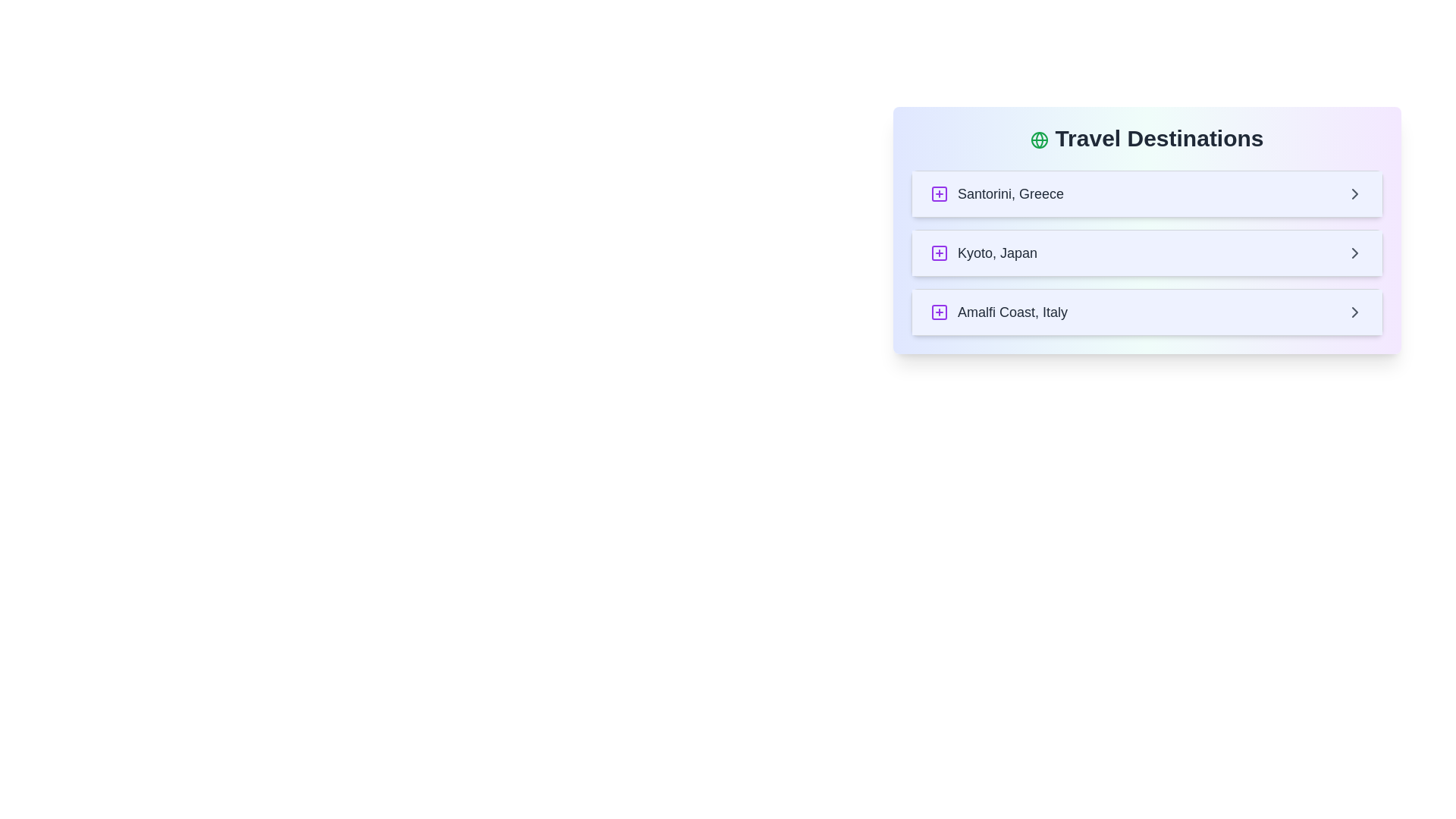 This screenshot has width=1456, height=819. What do you see at coordinates (1039, 140) in the screenshot?
I see `the SVG circle that is part of the globe icon in the upper-left corner of the 'Travel Destinations' card` at bounding box center [1039, 140].